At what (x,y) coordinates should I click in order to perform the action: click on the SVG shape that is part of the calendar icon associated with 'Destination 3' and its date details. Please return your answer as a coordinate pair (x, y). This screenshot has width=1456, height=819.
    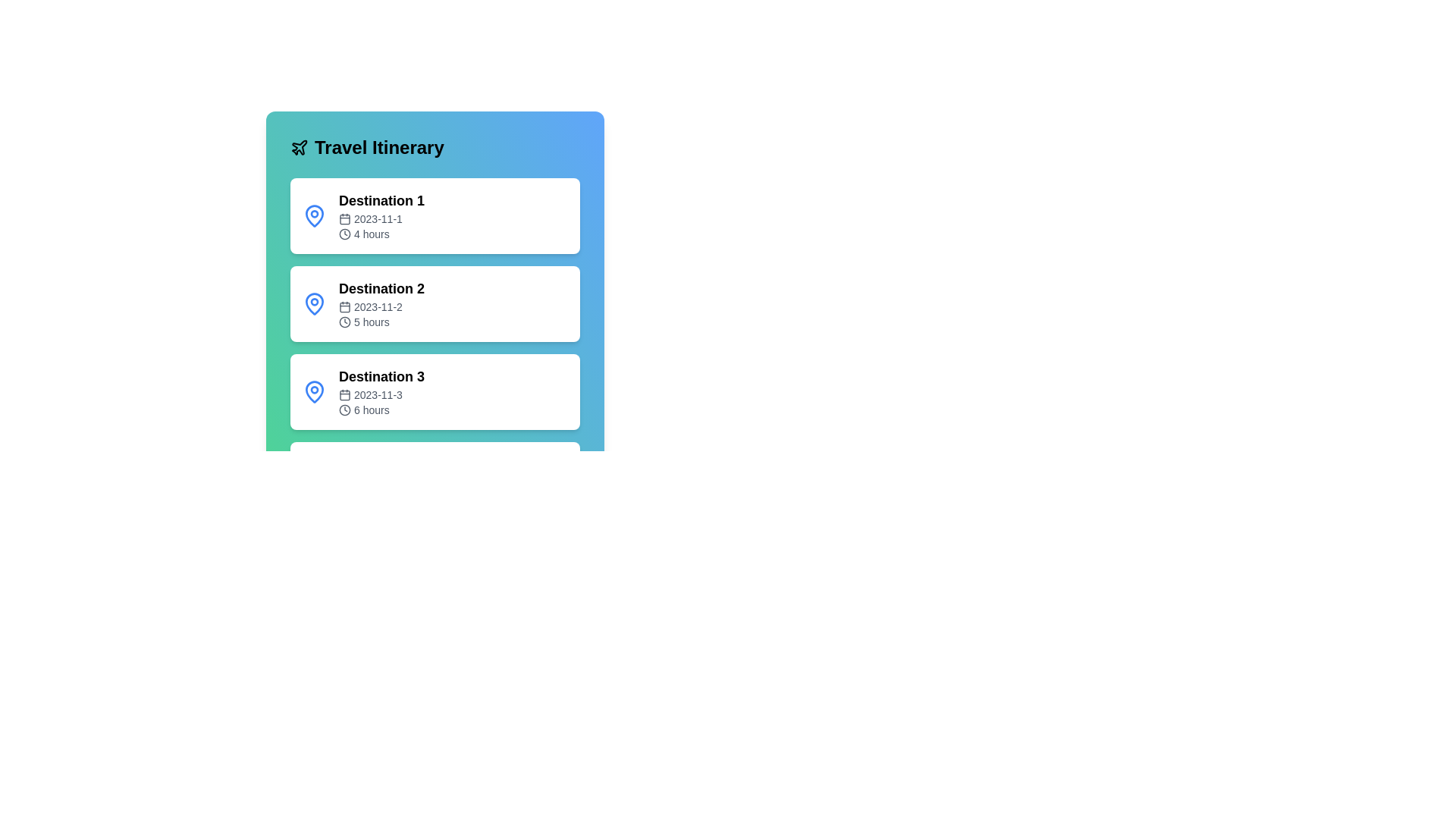
    Looking at the image, I should click on (344, 394).